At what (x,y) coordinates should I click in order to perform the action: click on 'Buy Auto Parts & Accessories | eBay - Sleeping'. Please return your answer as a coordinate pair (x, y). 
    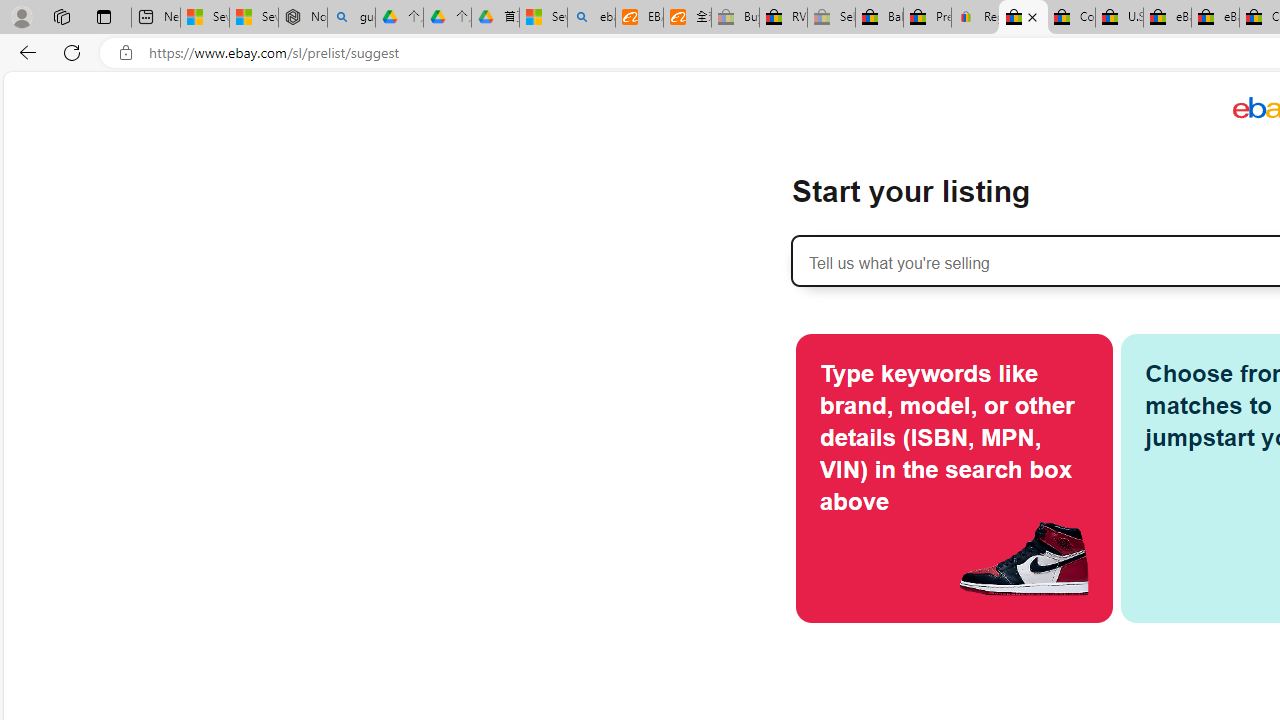
    Looking at the image, I should click on (734, 17).